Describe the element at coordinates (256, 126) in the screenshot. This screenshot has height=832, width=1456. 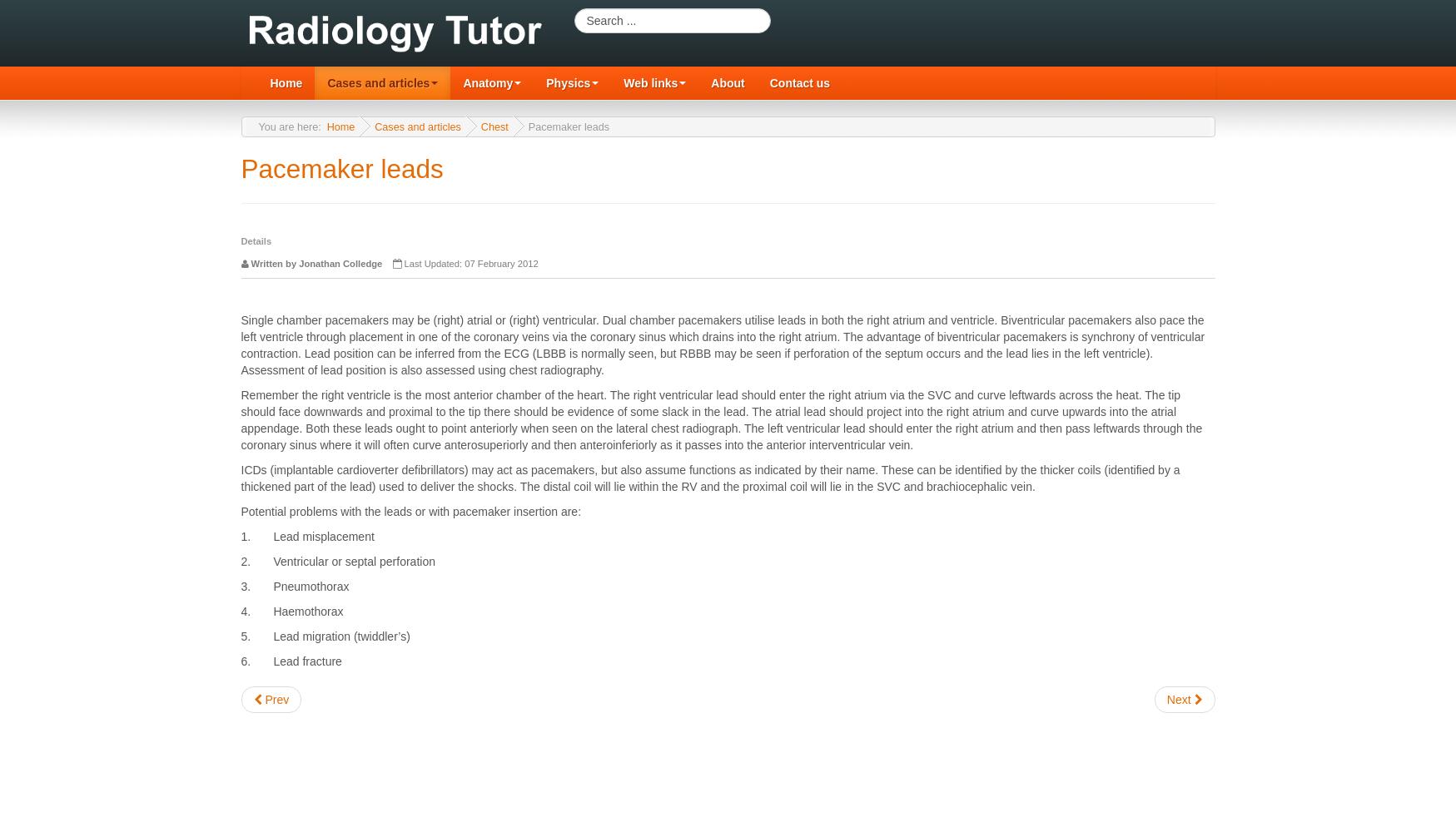
I see `'You are here:'` at that location.